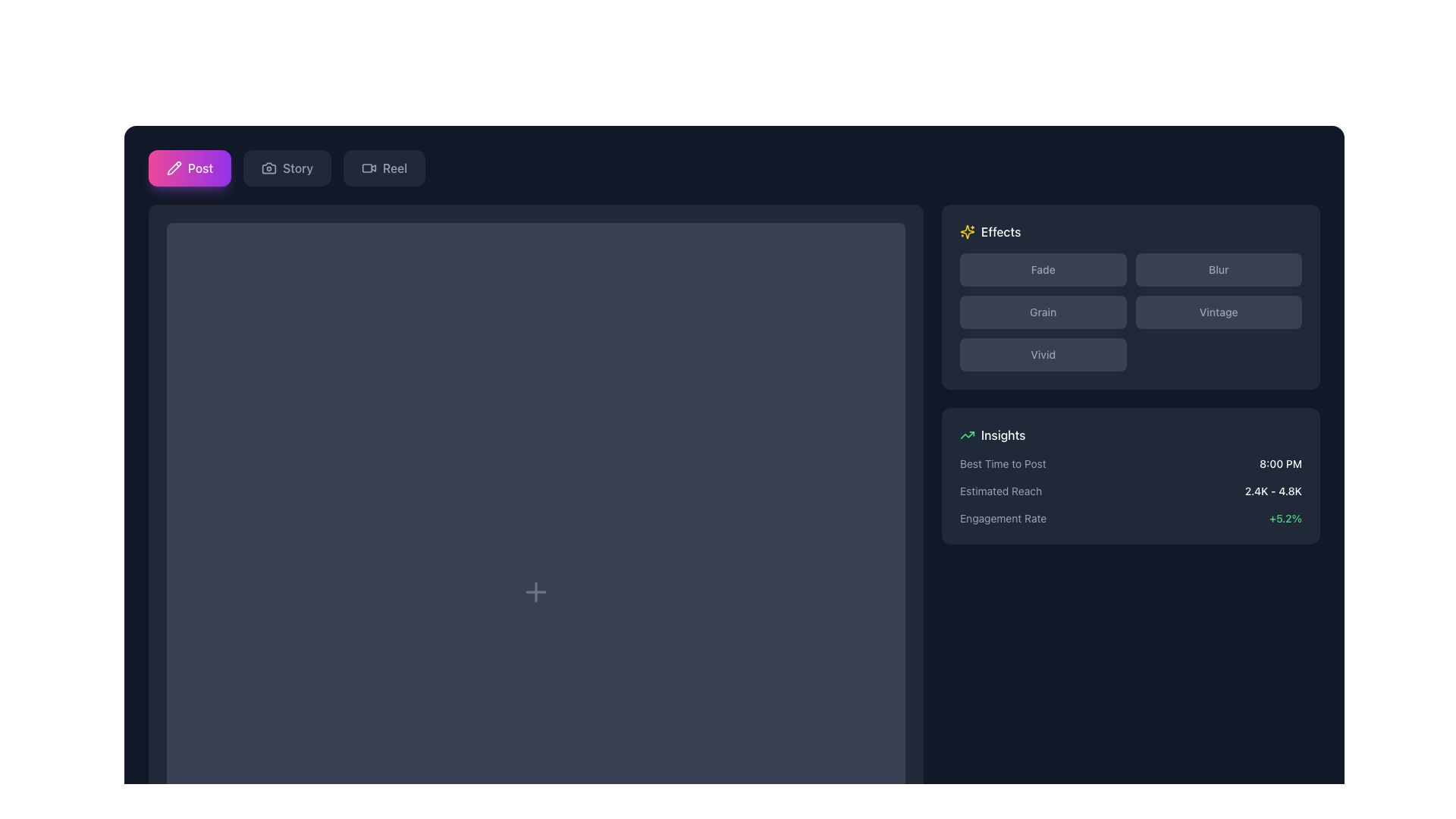 The width and height of the screenshot is (1456, 819). What do you see at coordinates (174, 167) in the screenshot?
I see `the Button Icon located in the top-left corner of the interface to initiate the 'Post' action` at bounding box center [174, 167].